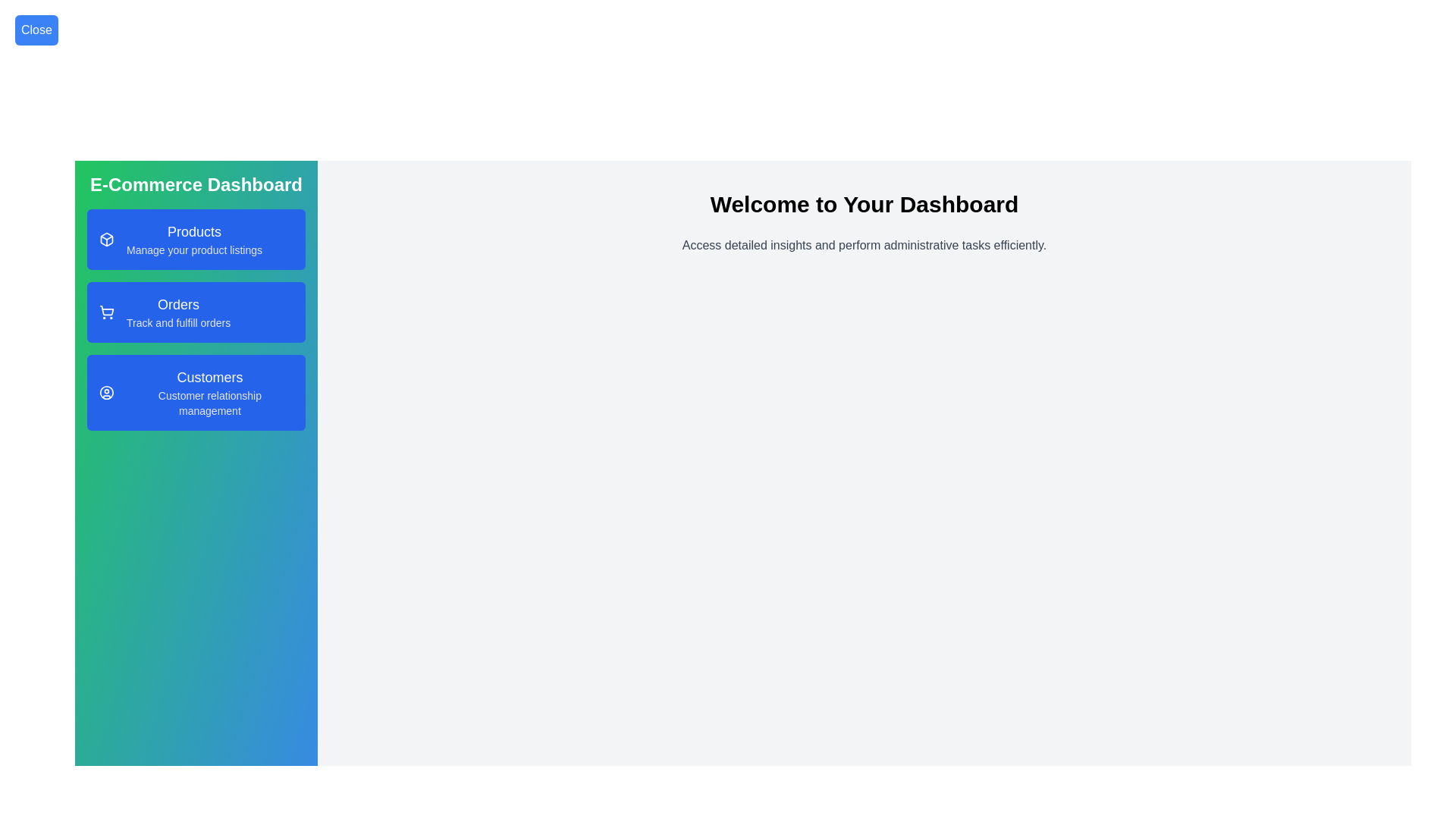 The image size is (1456, 819). Describe the element at coordinates (196, 391) in the screenshot. I see `the sidebar item labeled 'Customers' to observe interaction feedback` at that location.